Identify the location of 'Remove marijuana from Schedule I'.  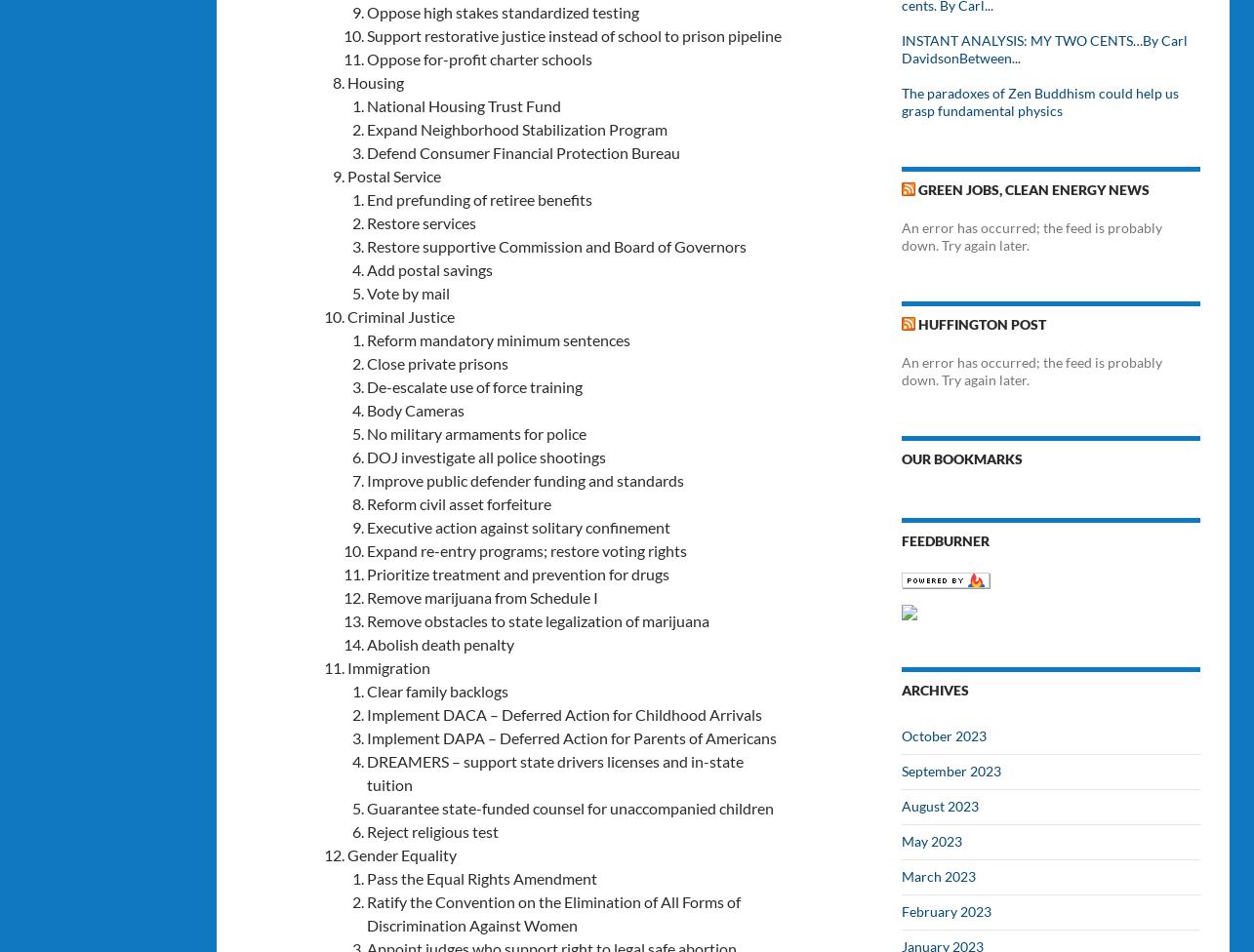
(365, 595).